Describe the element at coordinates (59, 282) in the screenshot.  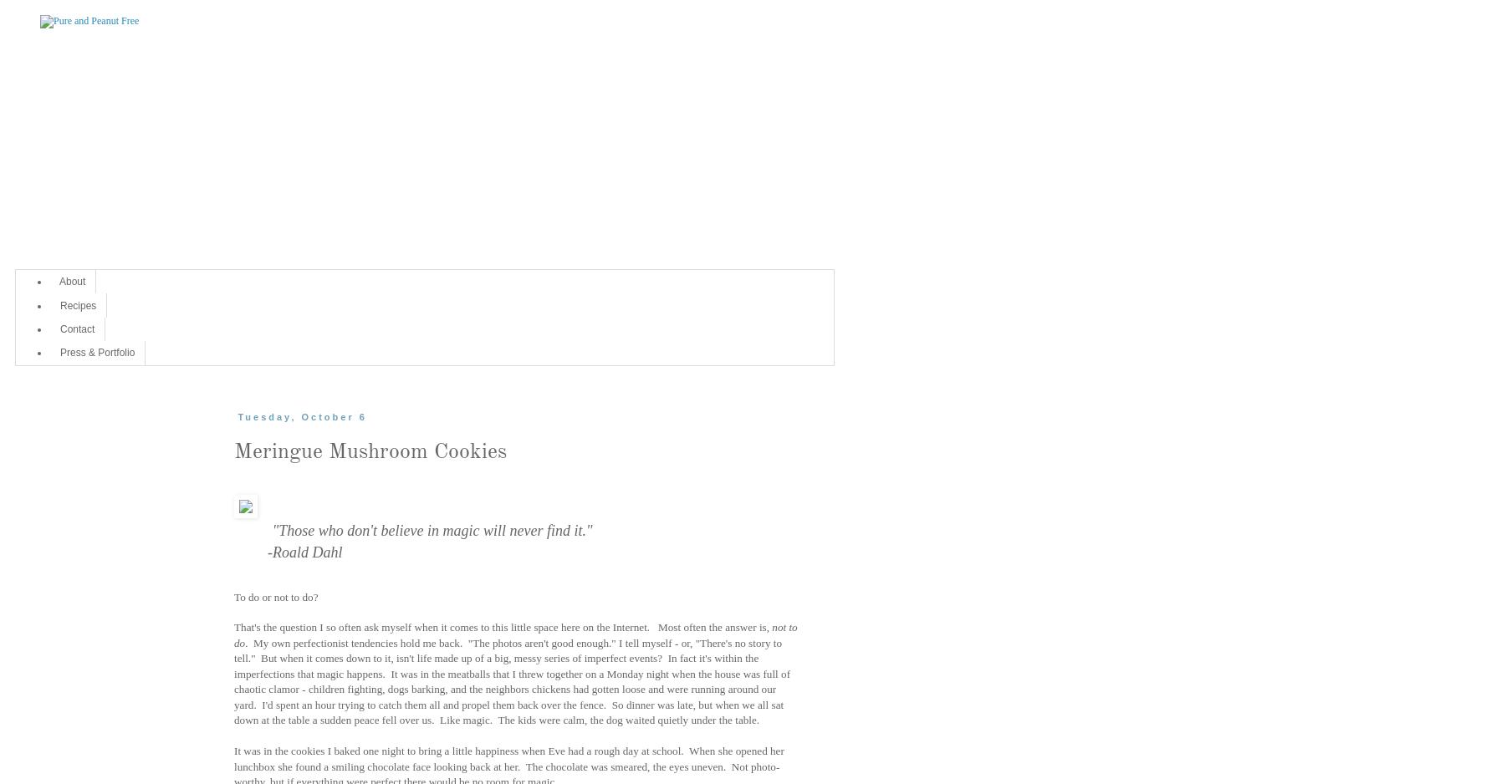
I see `'About'` at that location.